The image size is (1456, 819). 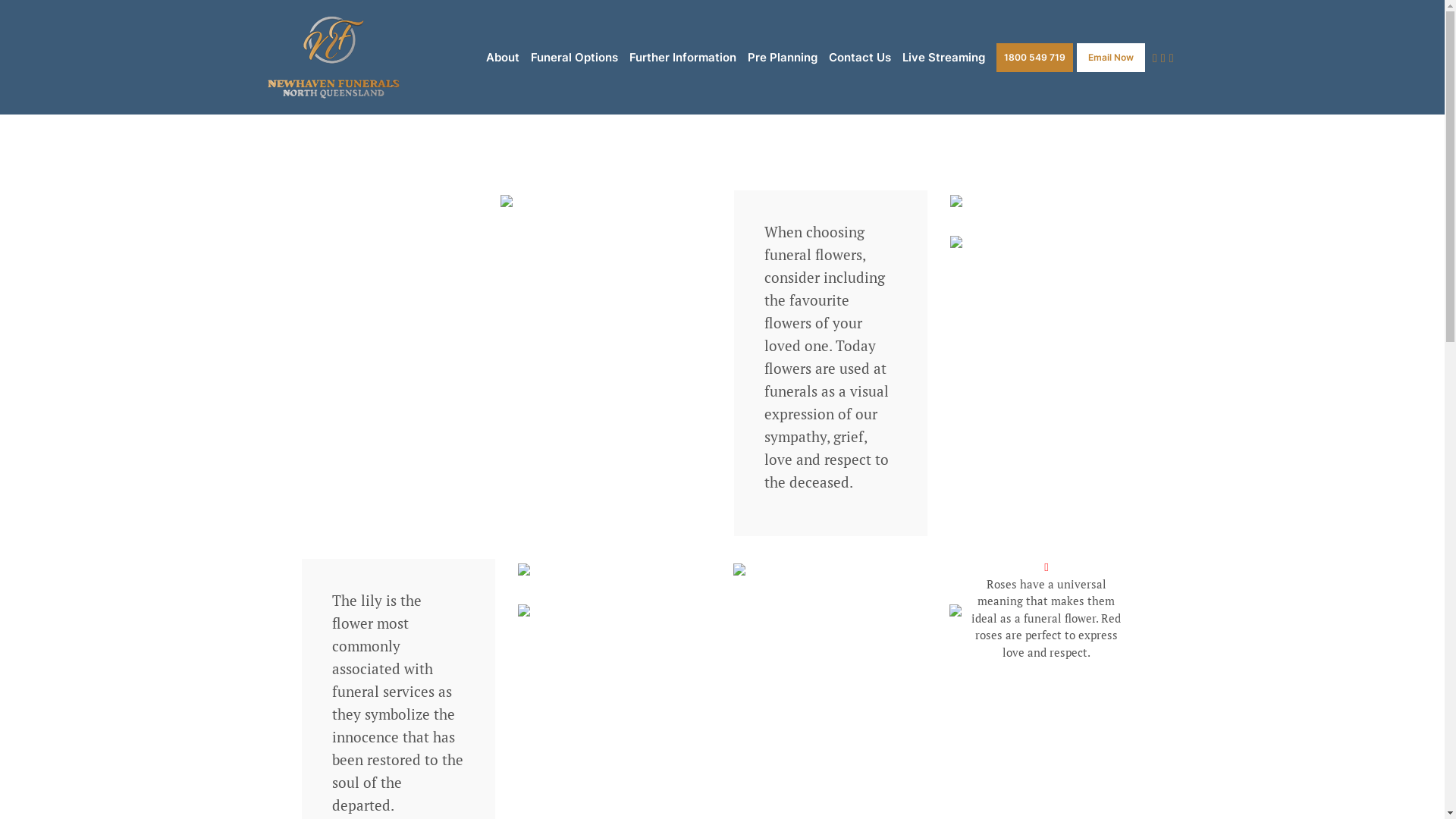 I want to click on '1800 549 719', so click(x=1034, y=55).